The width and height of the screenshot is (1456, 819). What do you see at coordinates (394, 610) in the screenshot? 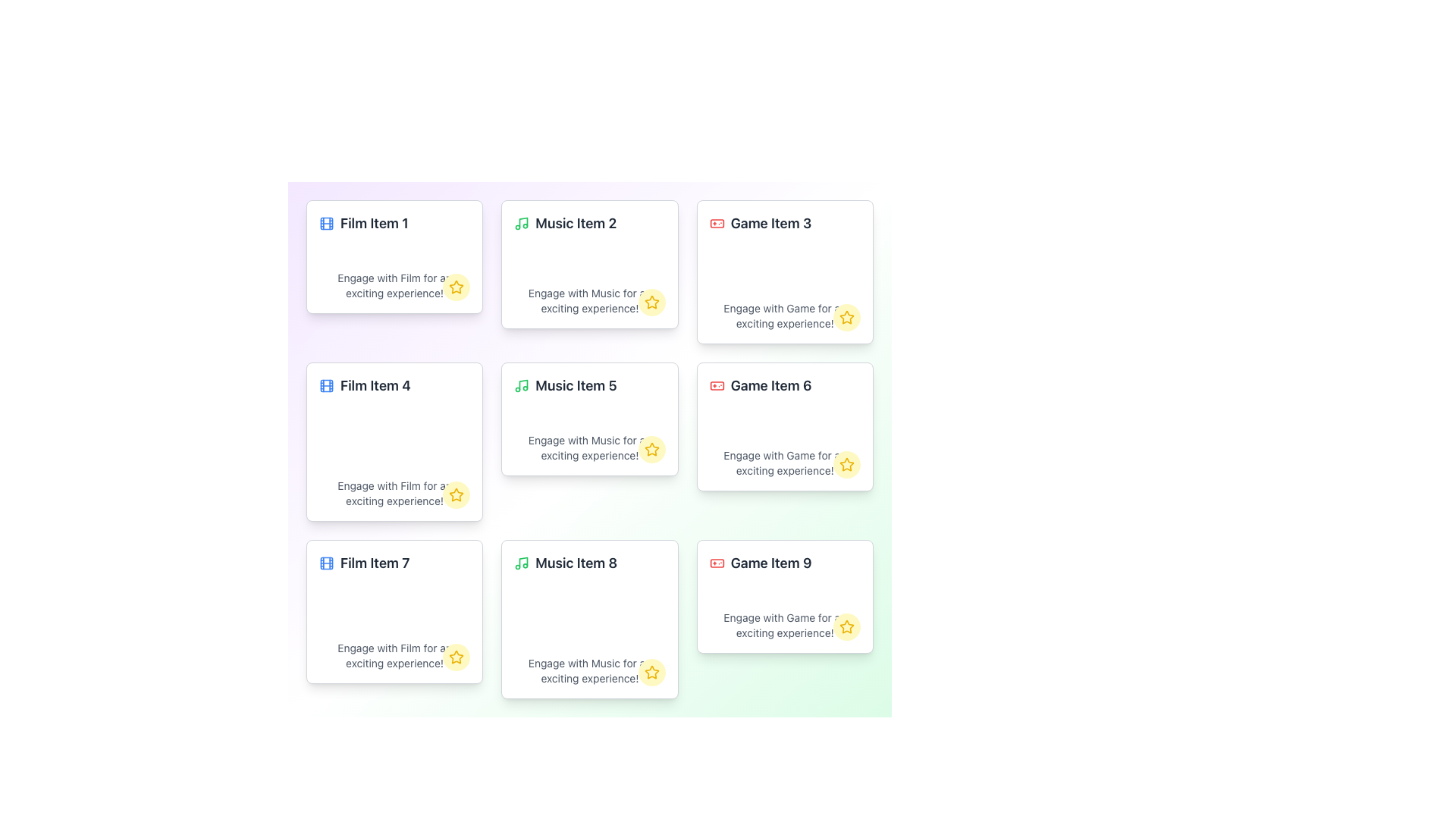
I see `to select the Information Tile displaying details about a film-related item, located in the leftmost column of the third row of a 3x3 grid layout` at bounding box center [394, 610].